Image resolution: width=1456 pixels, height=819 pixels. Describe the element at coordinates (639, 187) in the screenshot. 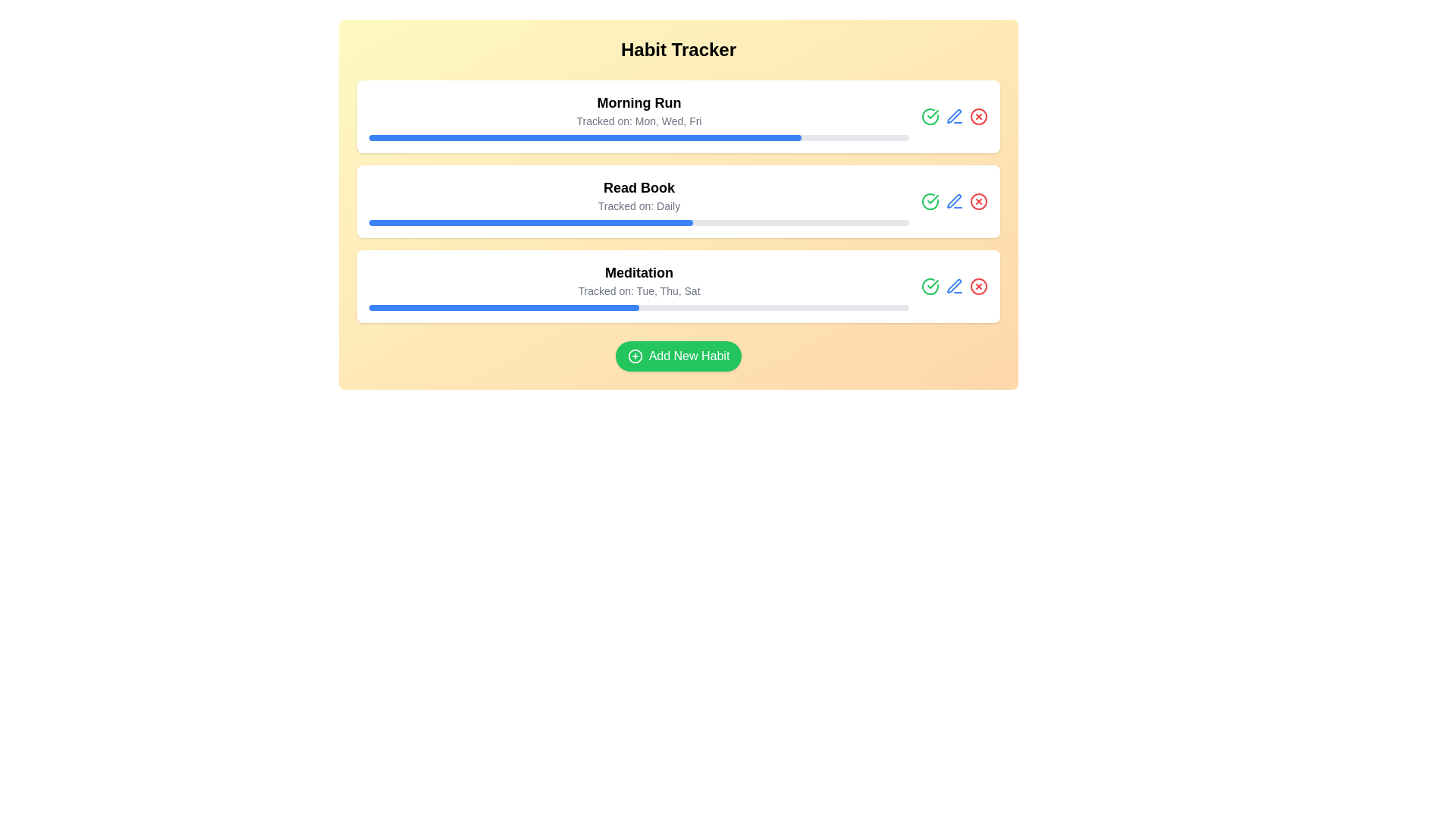

I see `the static text label that serves as the title for the current section, positioned above the text 'Tracked on: Daily' and a progress bar in the second grouped section of the list` at that location.